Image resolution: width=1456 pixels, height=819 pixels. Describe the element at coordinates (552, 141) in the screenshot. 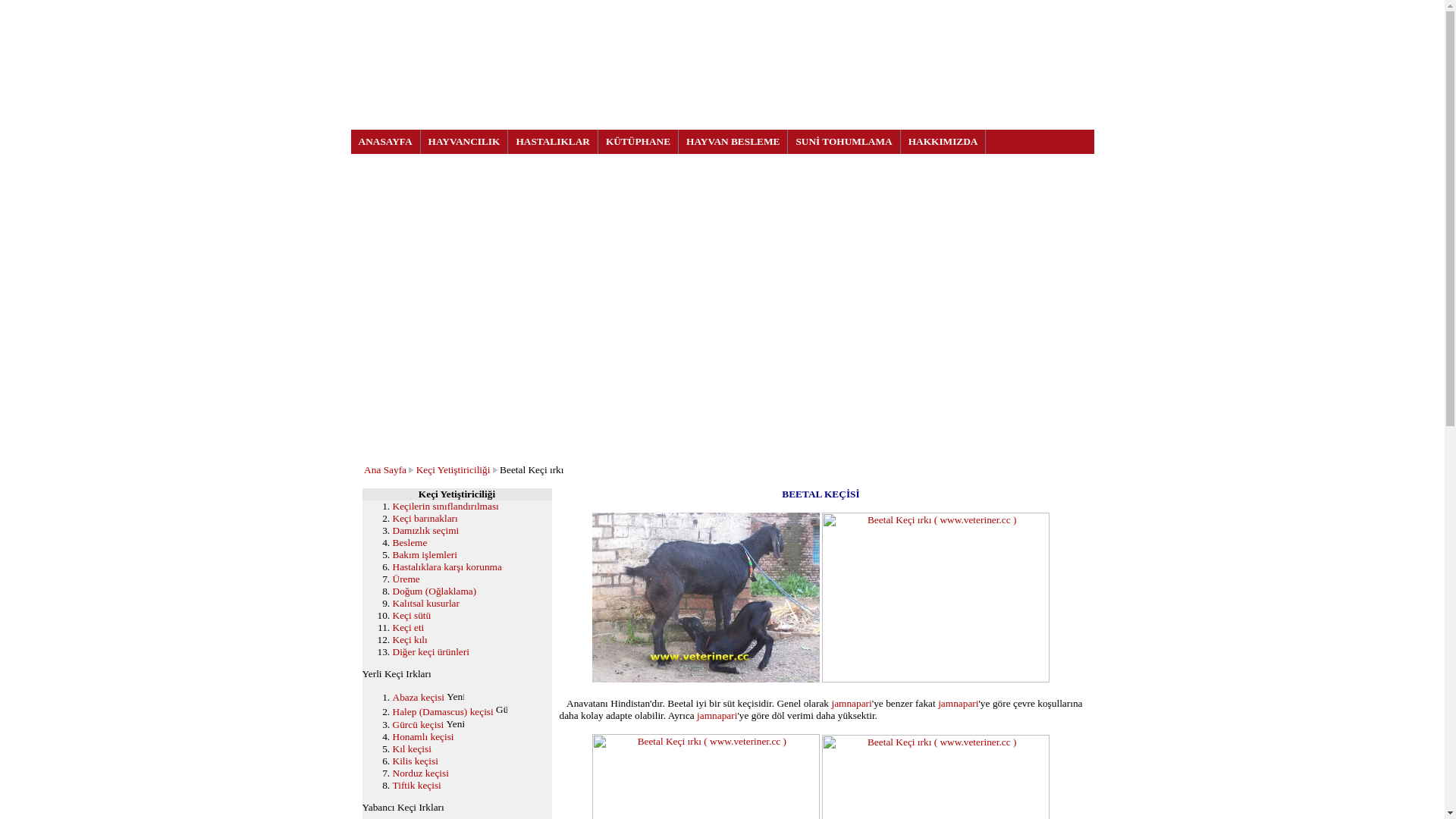

I see `'HASTALIKLAR'` at that location.